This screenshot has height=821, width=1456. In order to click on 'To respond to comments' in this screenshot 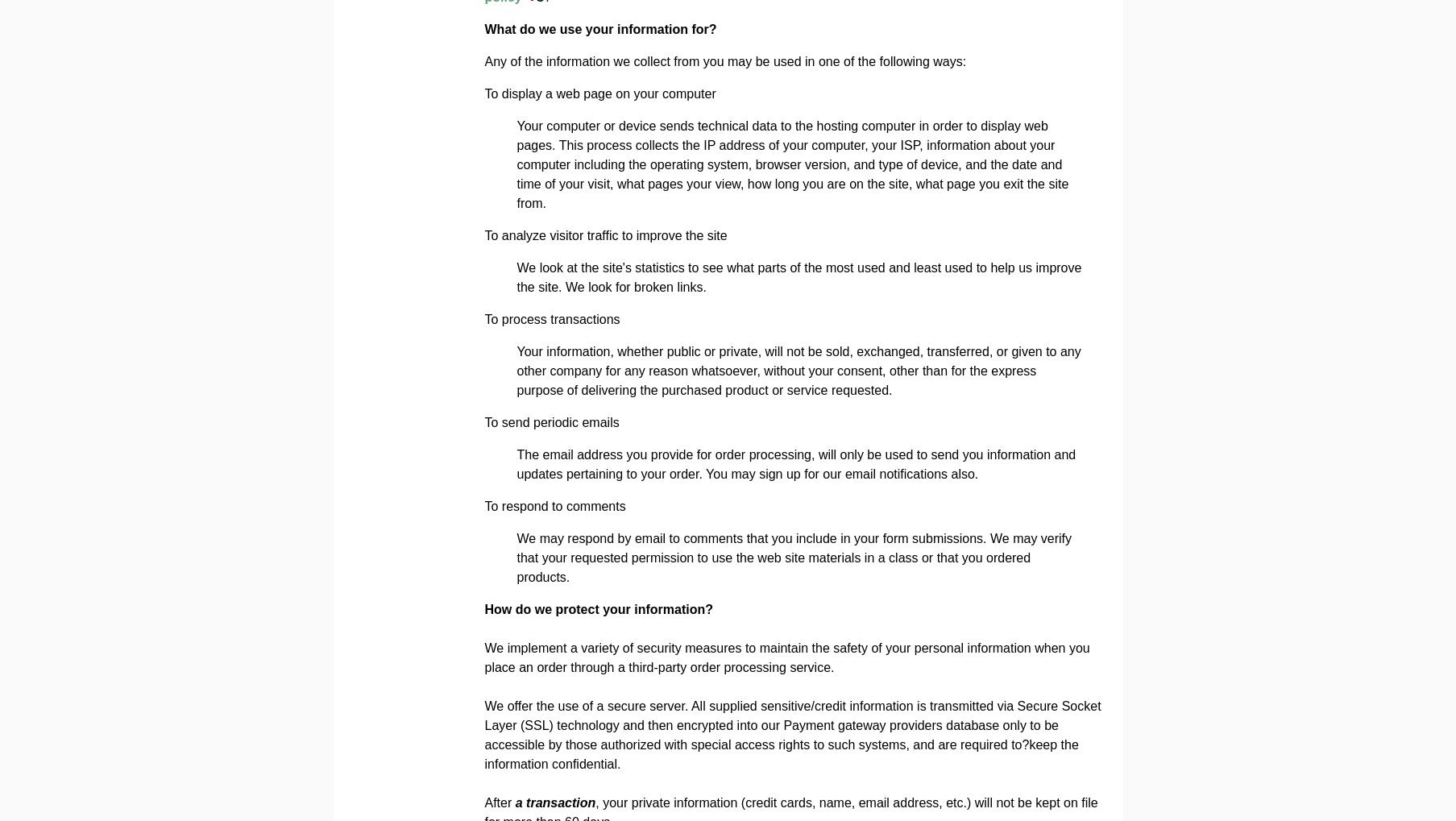, I will do `click(554, 506)`.